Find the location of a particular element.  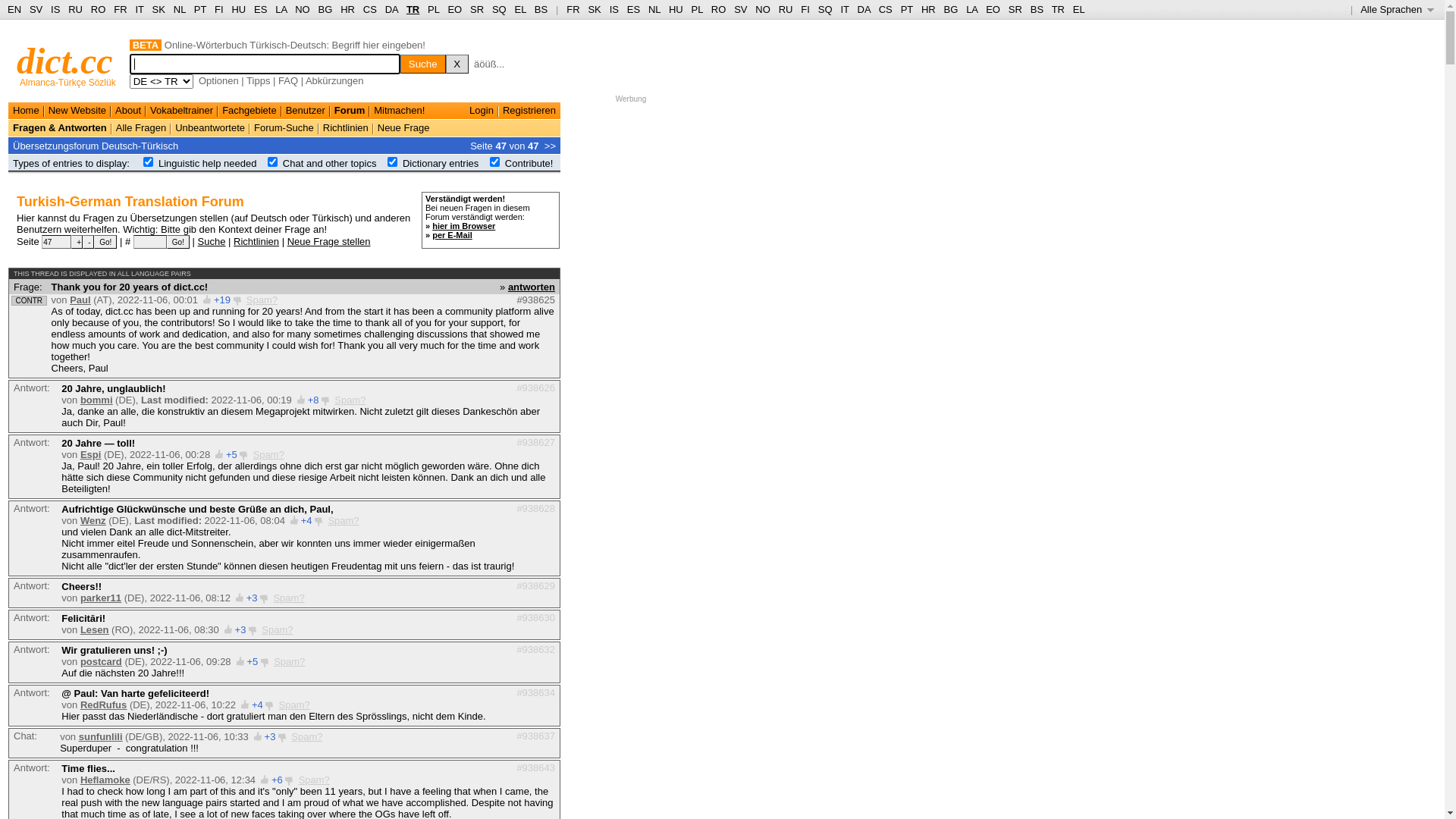

'DA' is located at coordinates (858, 9).